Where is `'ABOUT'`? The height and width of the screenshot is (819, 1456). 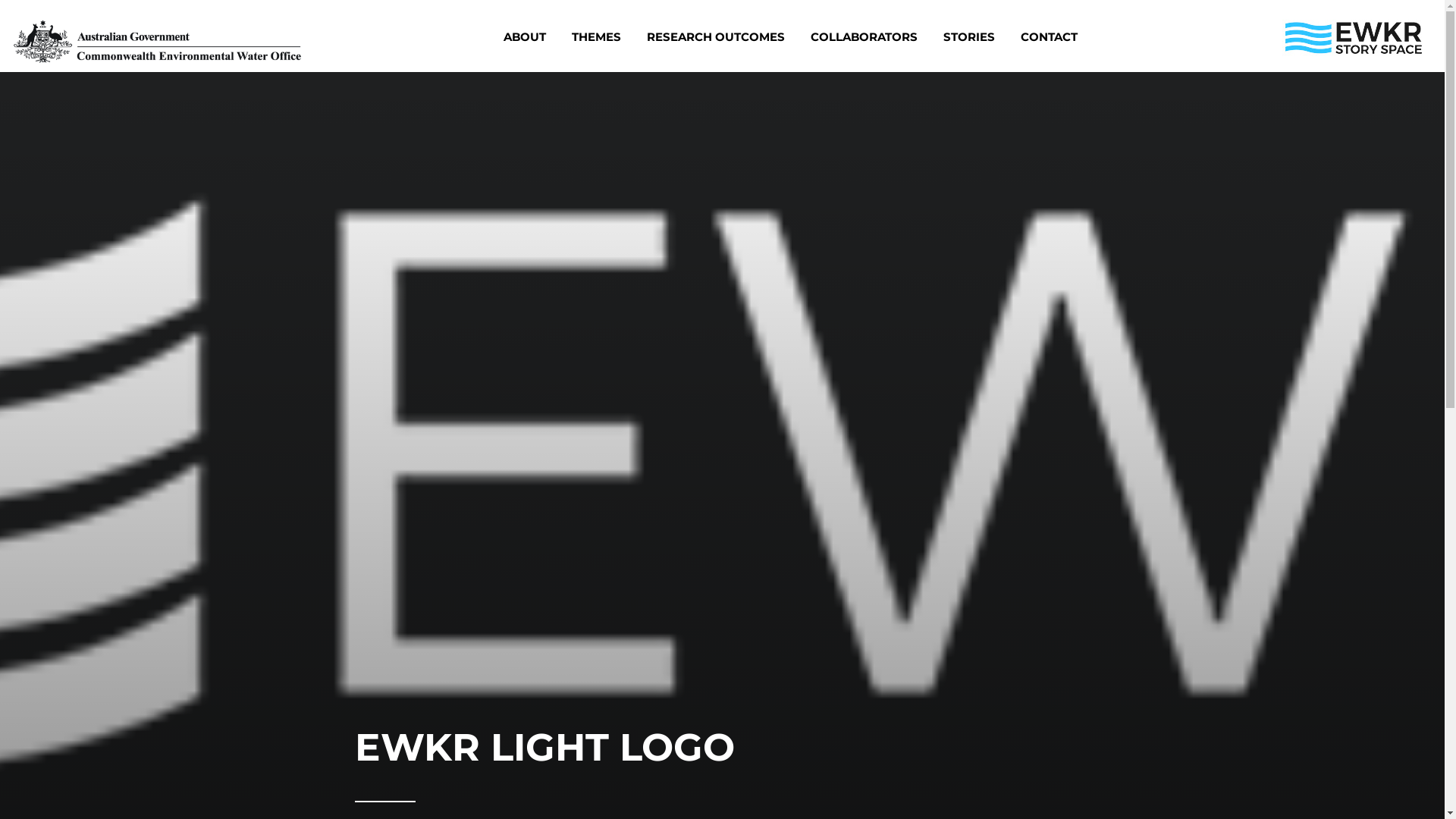 'ABOUT' is located at coordinates (524, 36).